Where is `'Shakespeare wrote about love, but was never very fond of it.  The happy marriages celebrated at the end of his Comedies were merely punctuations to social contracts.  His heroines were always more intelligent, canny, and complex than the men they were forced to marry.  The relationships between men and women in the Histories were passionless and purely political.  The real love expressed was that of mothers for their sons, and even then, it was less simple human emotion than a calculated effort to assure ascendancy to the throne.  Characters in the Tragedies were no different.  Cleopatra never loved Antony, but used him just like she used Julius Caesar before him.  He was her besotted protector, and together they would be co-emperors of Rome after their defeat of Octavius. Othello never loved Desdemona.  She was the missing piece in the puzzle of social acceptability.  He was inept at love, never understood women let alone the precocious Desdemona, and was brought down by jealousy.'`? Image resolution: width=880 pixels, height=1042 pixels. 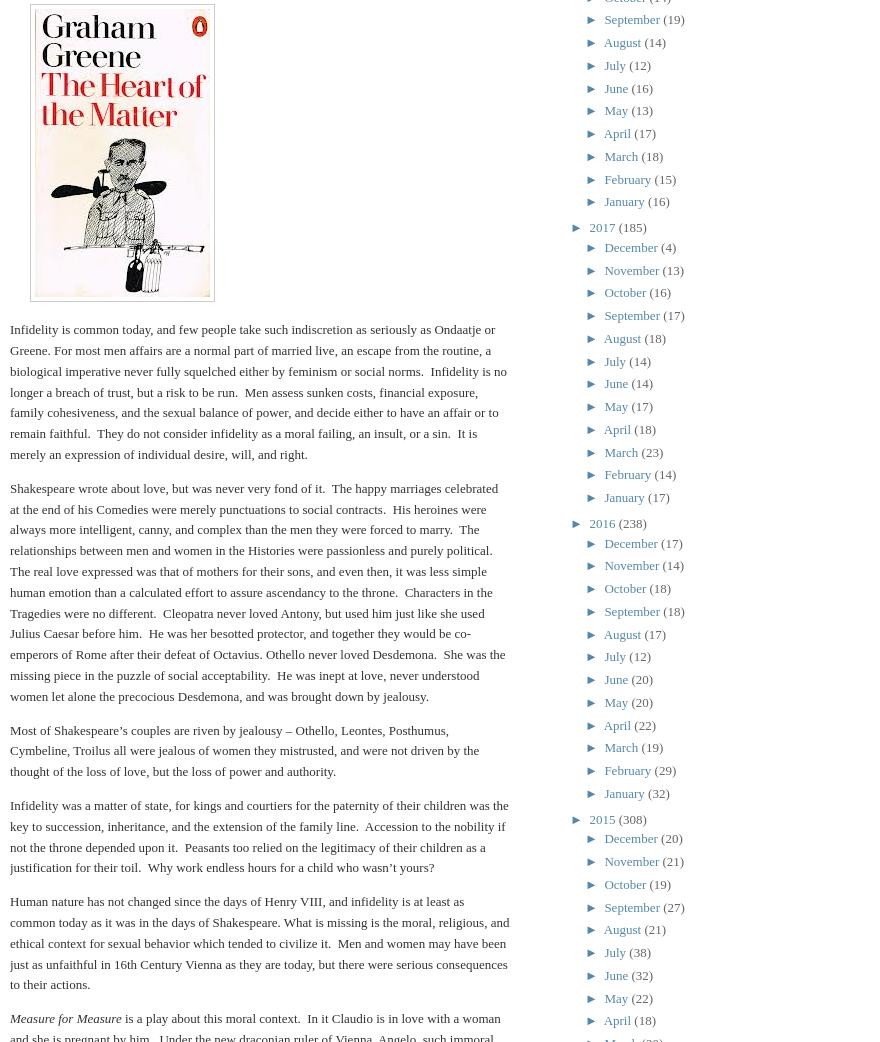 'Shakespeare wrote about love, but was never very fond of it.  The happy marriages celebrated at the end of his Comedies were merely punctuations to social contracts.  His heroines were always more intelligent, canny, and complex than the men they were forced to marry.  The relationships between men and women in the Histories were passionless and purely political.  The real love expressed was that of mothers for their sons, and even then, it was less simple human emotion than a calculated effort to assure ascendancy to the throne.  Characters in the Tragedies were no different.  Cleopatra never loved Antony, but used him just like she used Julius Caesar before him.  He was her besotted protector, and together they would be co-emperors of Rome after their defeat of Octavius. Othello never loved Desdemona.  She was the missing piece in the puzzle of social acceptability.  He was inept at love, never understood women let alone the precocious Desdemona, and was brought down by jealousy.' is located at coordinates (9, 590).